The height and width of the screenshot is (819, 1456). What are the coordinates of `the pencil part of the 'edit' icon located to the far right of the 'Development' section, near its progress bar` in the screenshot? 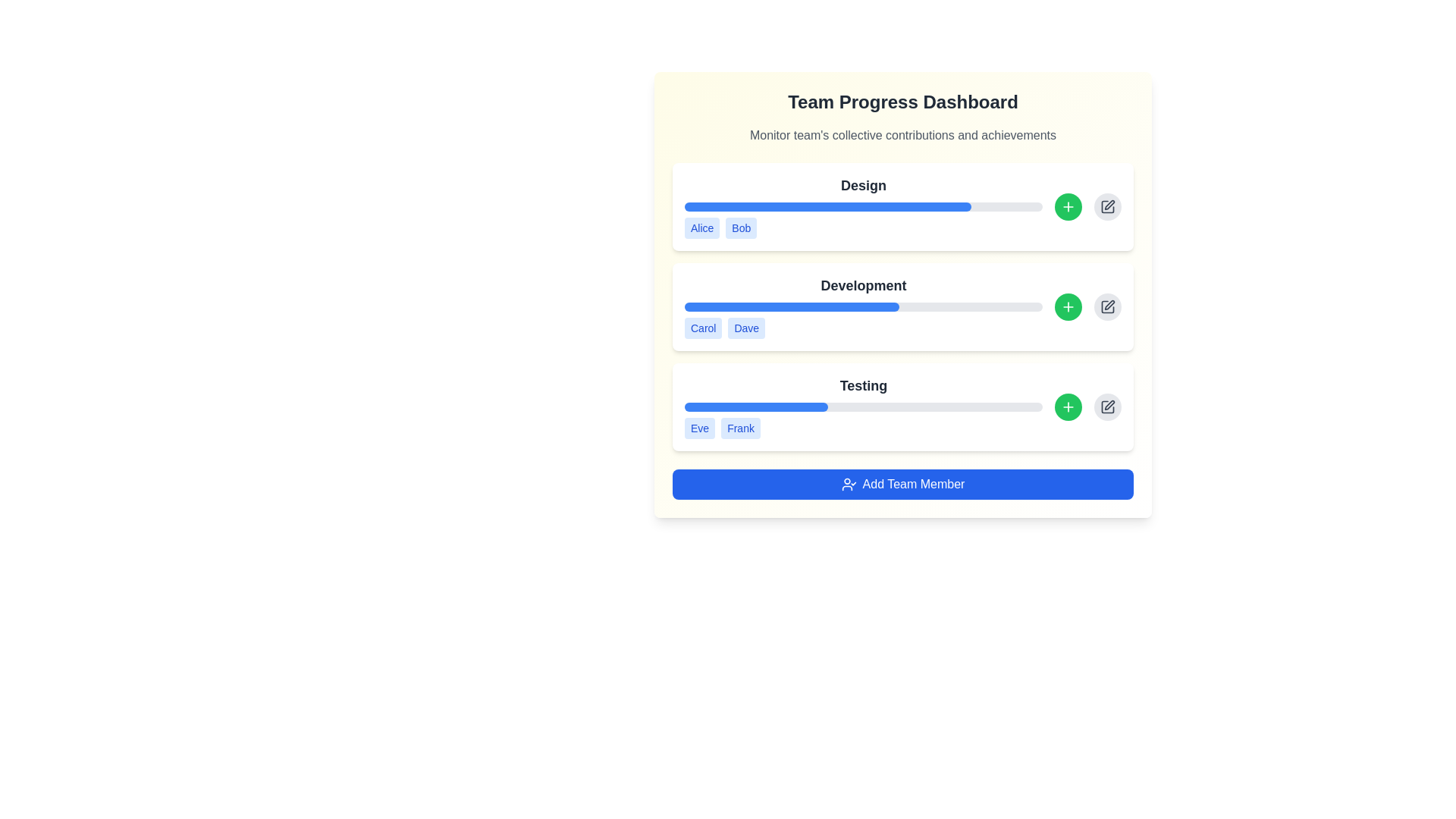 It's located at (1109, 305).